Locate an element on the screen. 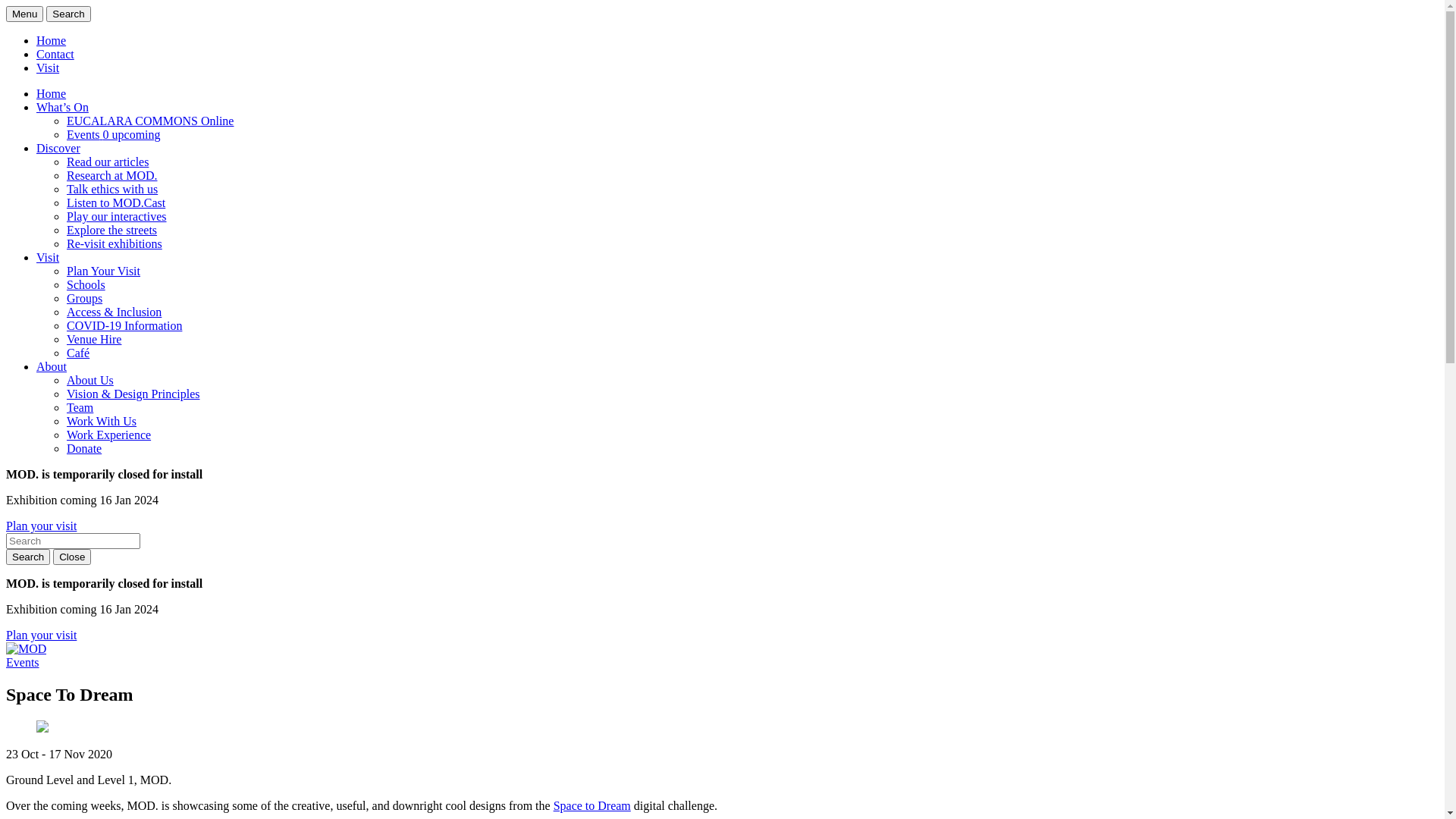 Image resolution: width=1456 pixels, height=819 pixels. 'Contact' is located at coordinates (36, 53).